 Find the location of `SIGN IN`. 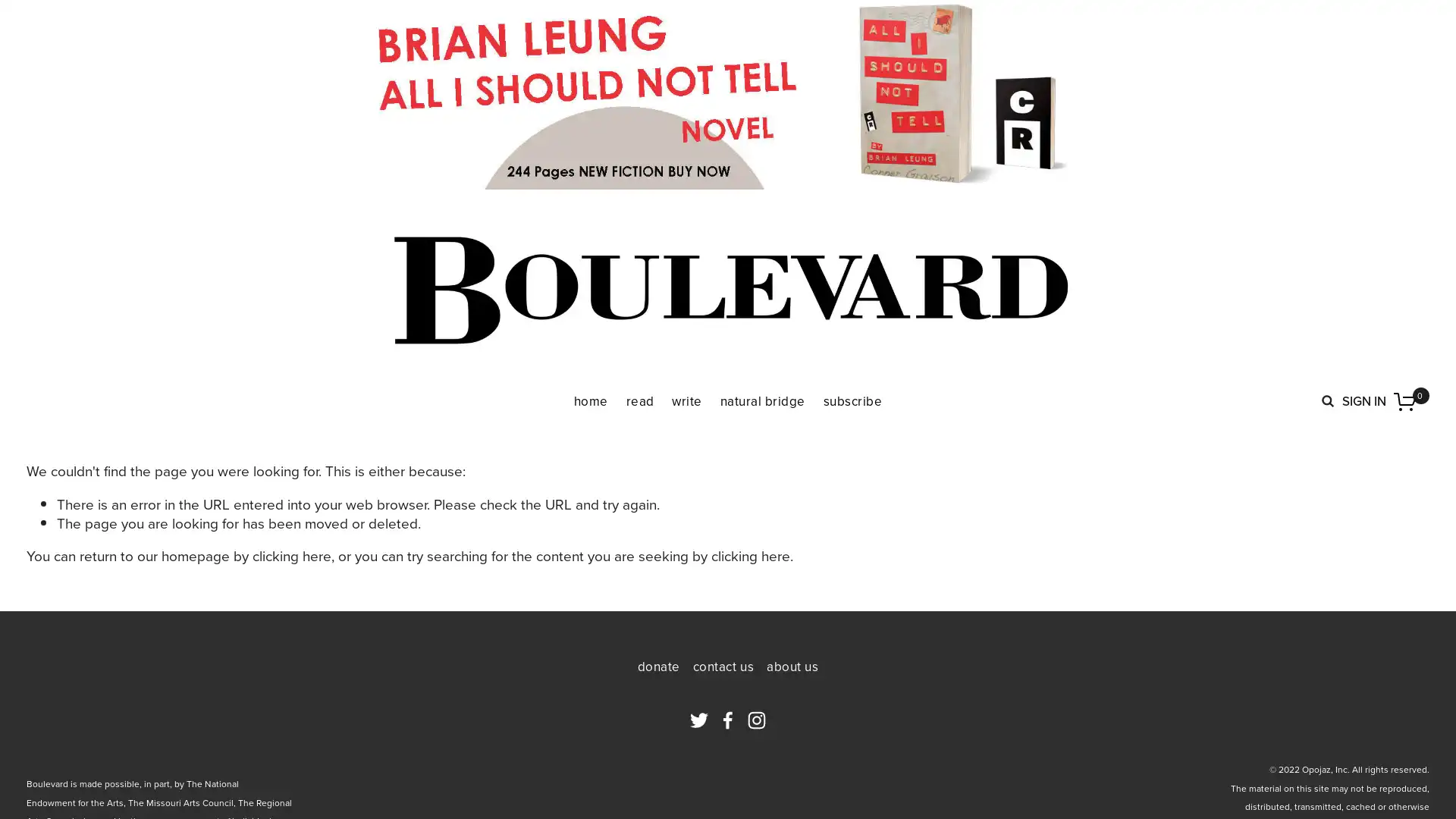

SIGN IN is located at coordinates (1363, 400).